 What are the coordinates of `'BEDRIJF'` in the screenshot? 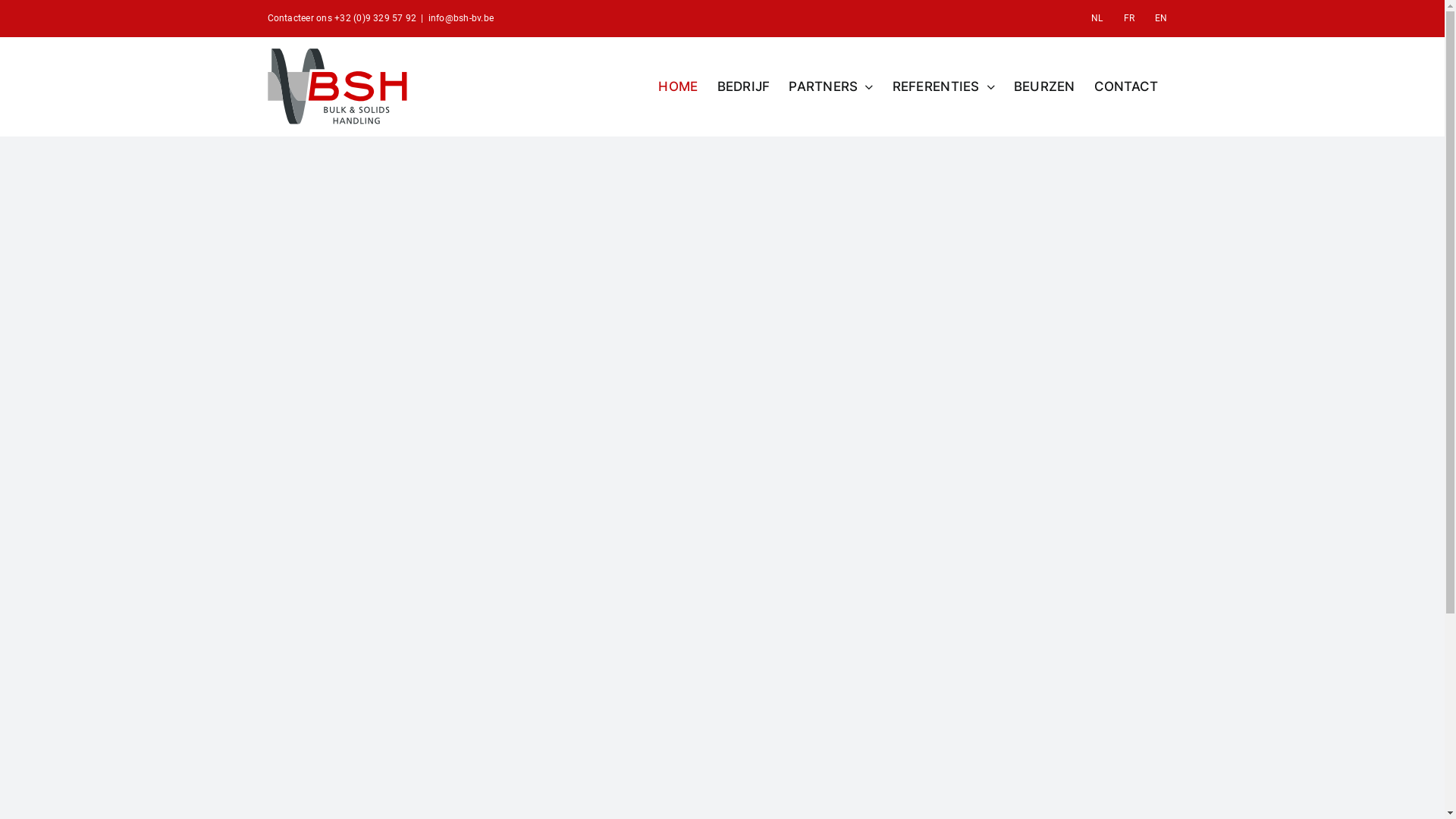 It's located at (743, 86).